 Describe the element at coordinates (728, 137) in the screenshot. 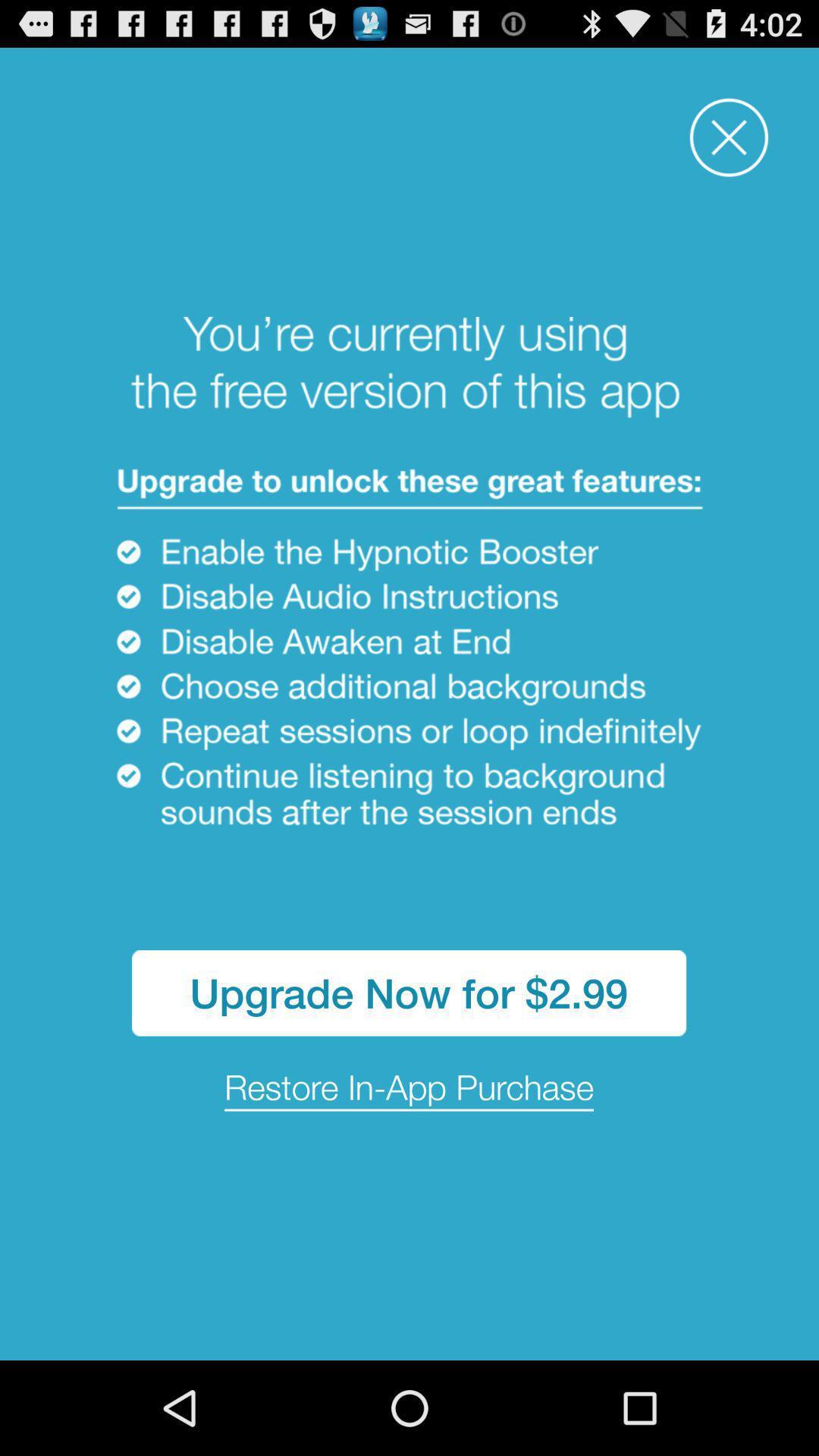

I see `the advertisement` at that location.